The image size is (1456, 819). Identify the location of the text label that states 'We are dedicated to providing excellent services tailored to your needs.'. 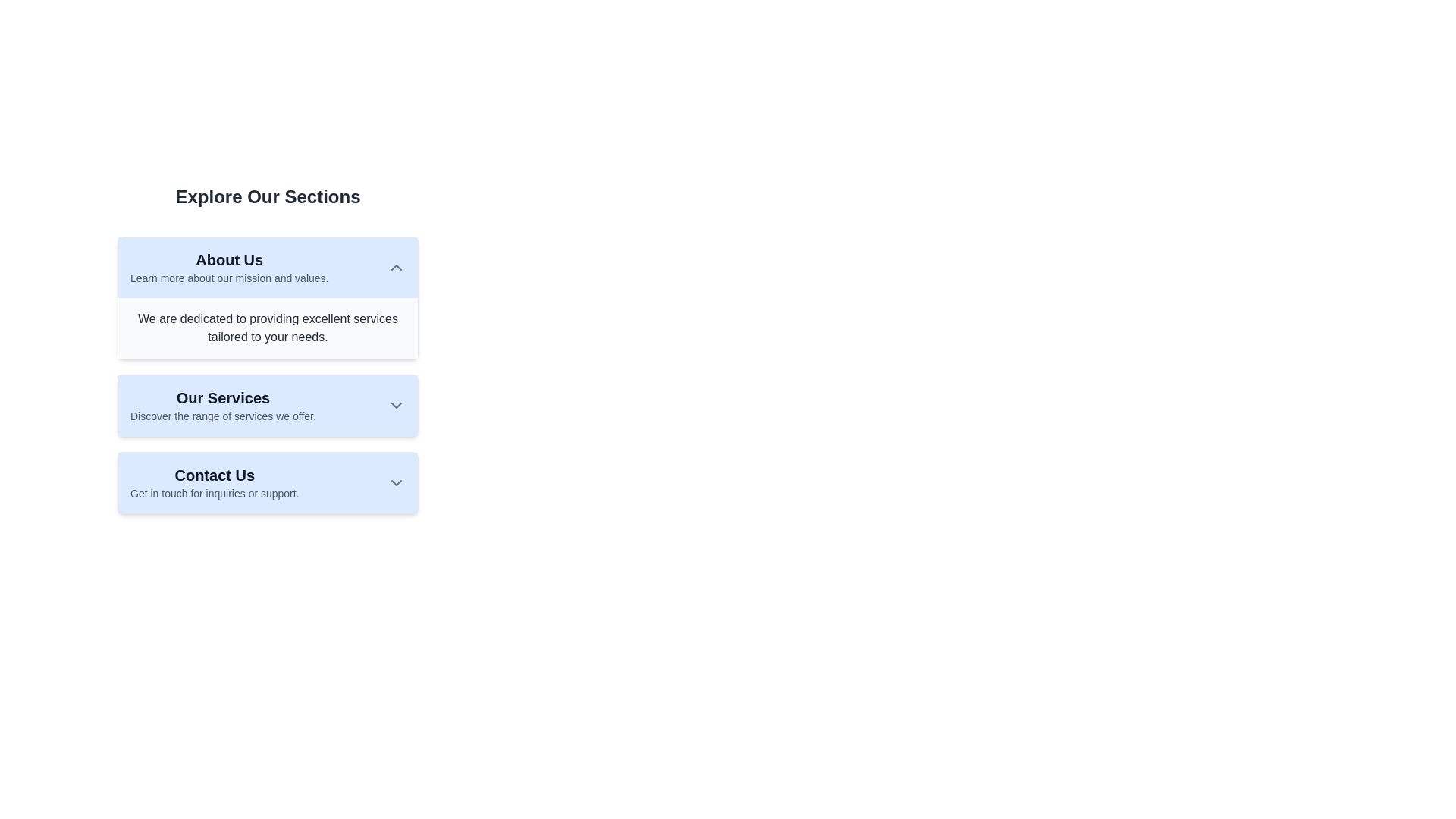
(268, 327).